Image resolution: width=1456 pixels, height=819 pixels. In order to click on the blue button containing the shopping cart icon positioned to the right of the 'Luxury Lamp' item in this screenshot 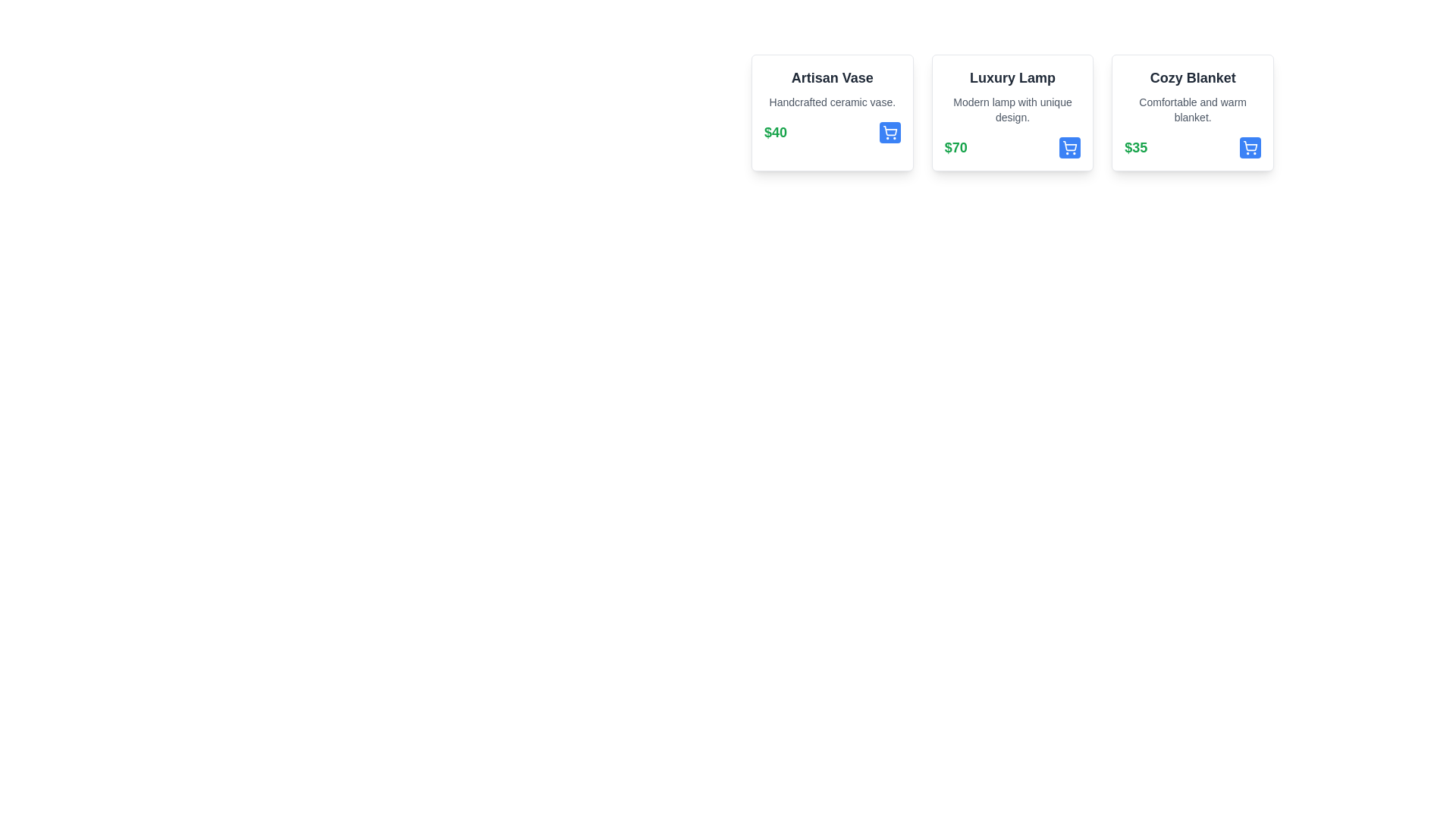, I will do `click(1069, 148)`.